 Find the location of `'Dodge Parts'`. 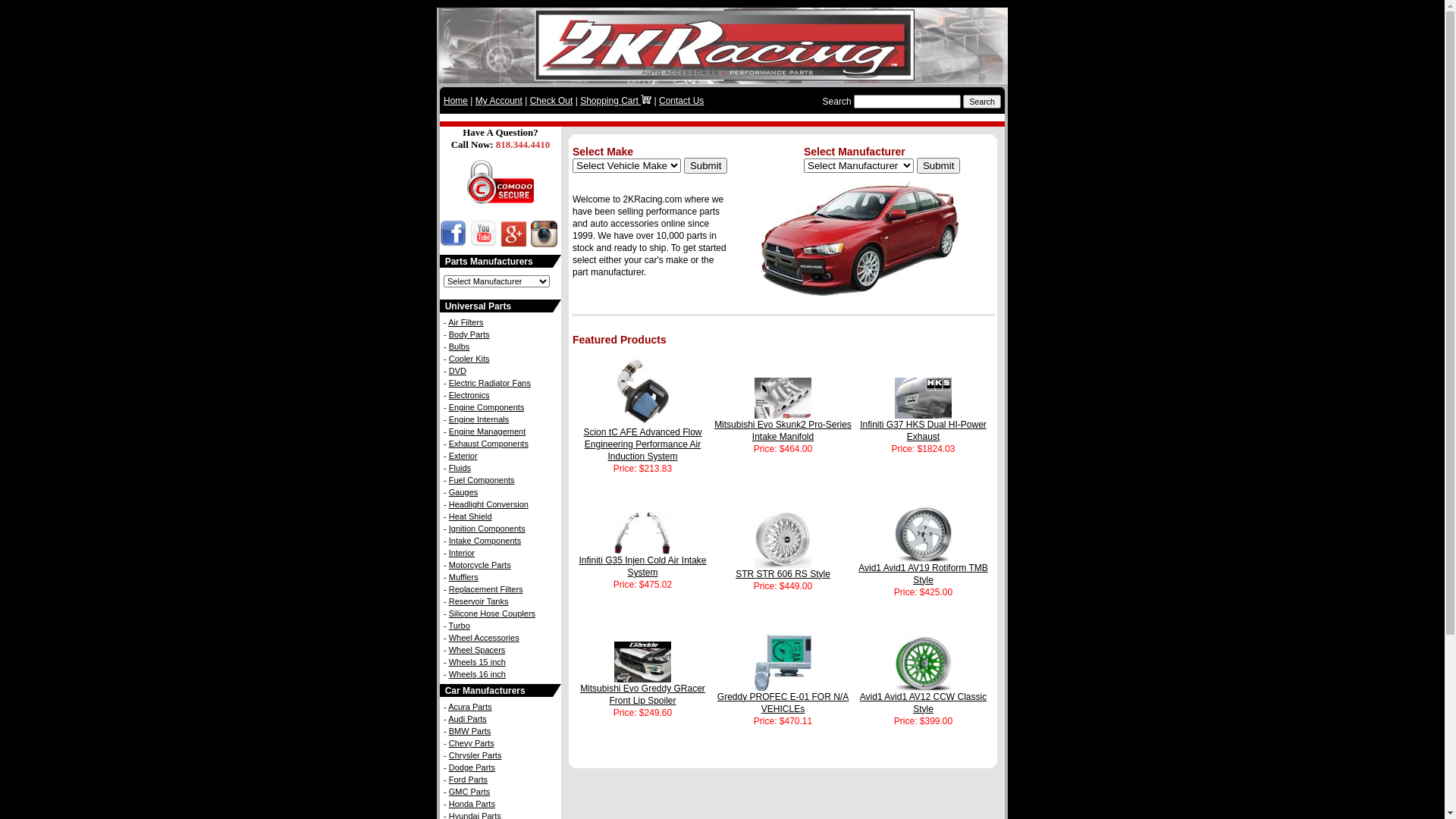

'Dodge Parts' is located at coordinates (471, 767).